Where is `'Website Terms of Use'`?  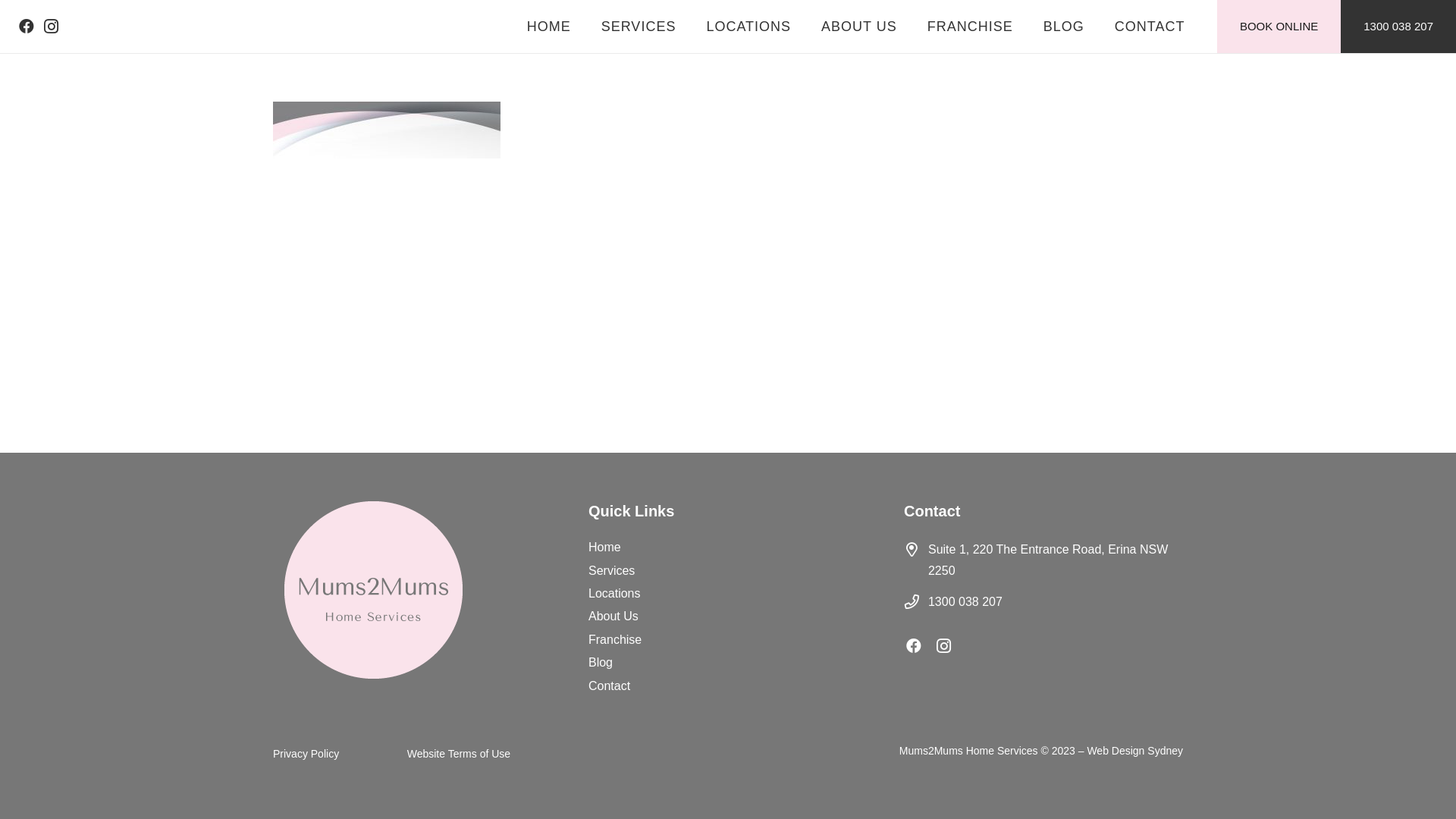 'Website Terms of Use' is located at coordinates (457, 754).